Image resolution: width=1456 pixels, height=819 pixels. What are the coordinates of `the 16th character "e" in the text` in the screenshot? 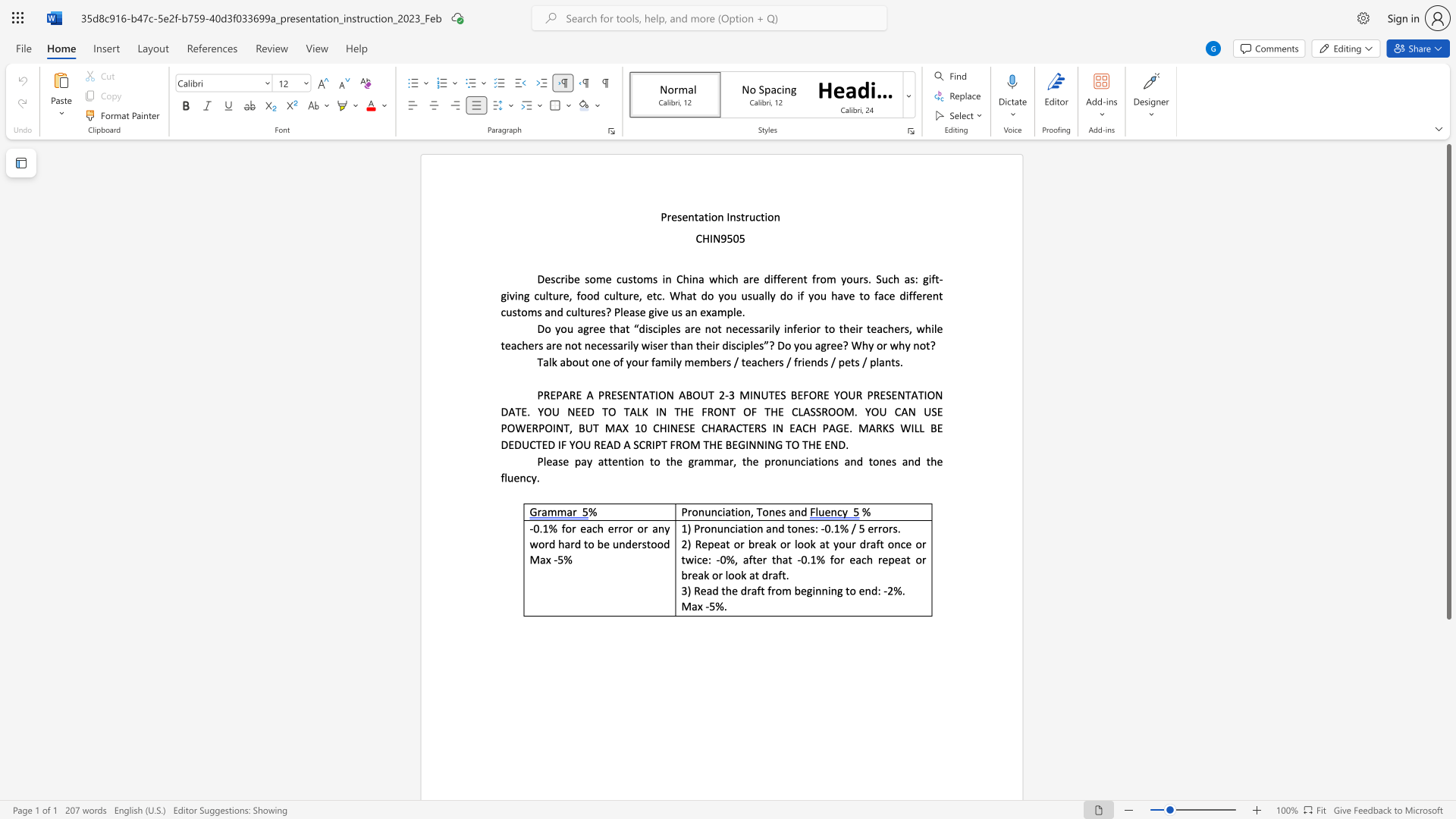 It's located at (604, 345).